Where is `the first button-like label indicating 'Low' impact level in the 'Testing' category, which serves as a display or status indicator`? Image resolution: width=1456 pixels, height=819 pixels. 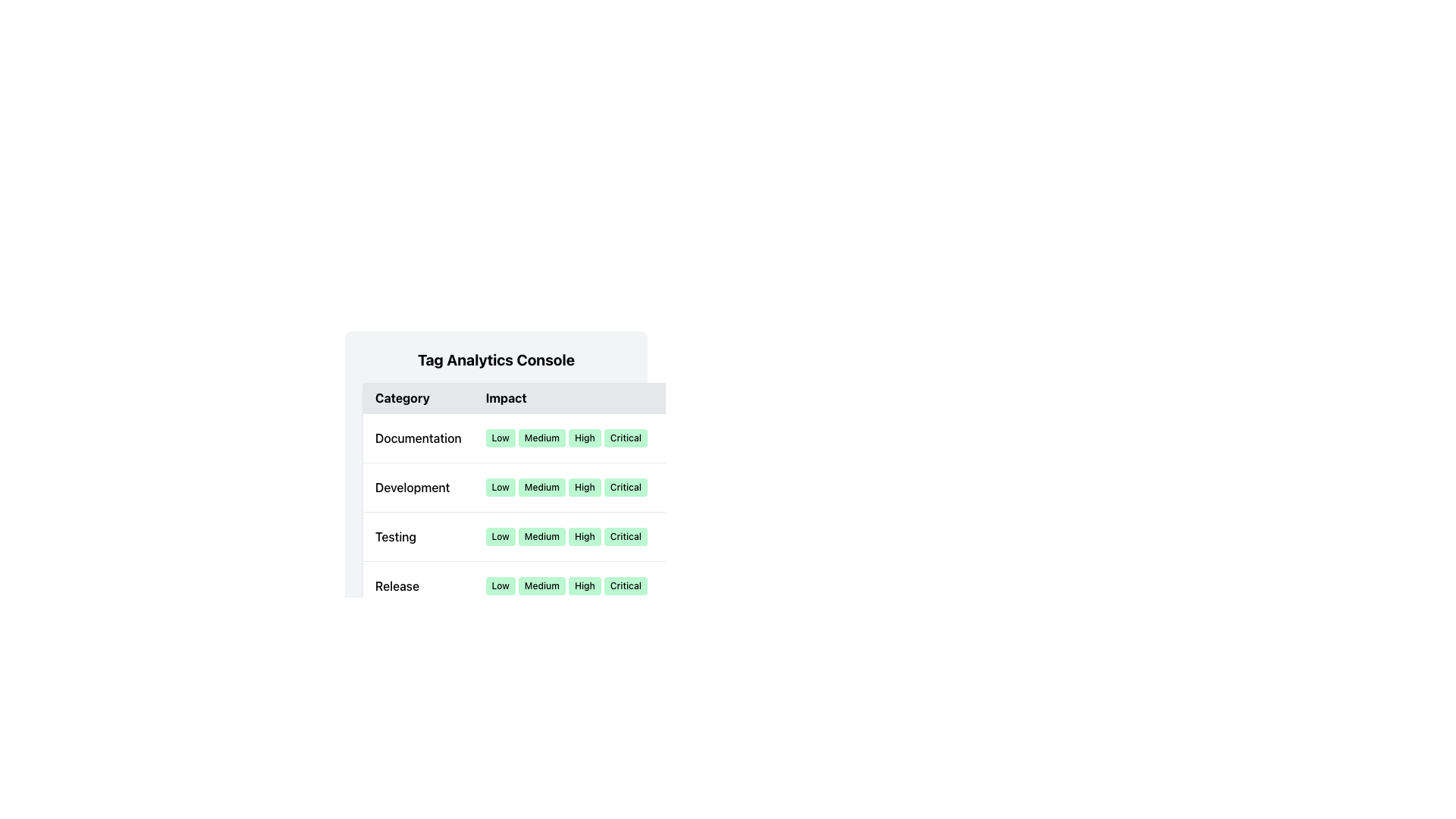
the first button-like label indicating 'Low' impact level in the 'Testing' category, which serves as a display or status indicator is located at coordinates (500, 536).